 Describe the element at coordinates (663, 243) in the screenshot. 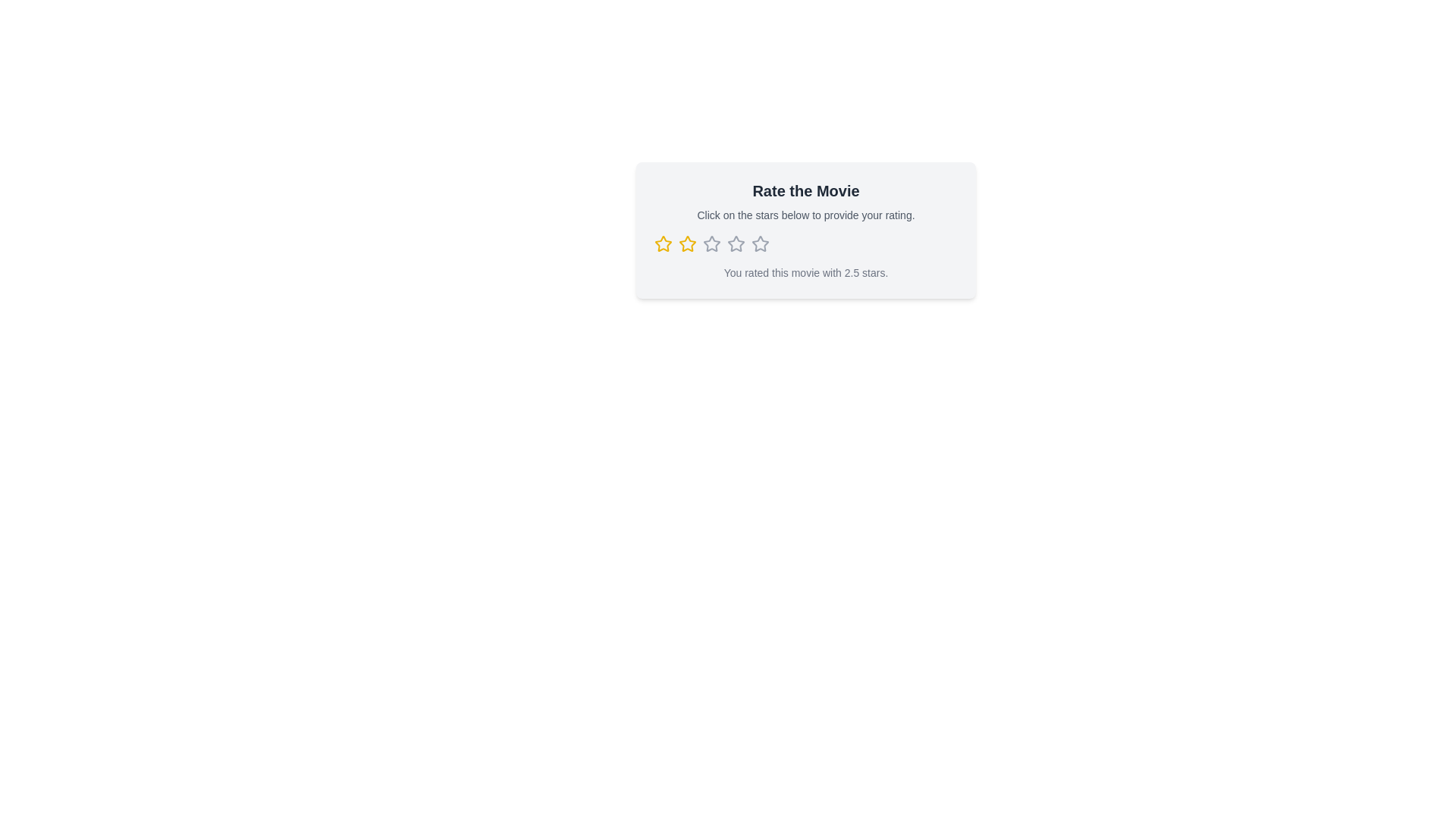

I see `the first active yellow star icon in the rating group, which is located at the top-left corner of the group labeled 'Rate the Movie'` at that location.